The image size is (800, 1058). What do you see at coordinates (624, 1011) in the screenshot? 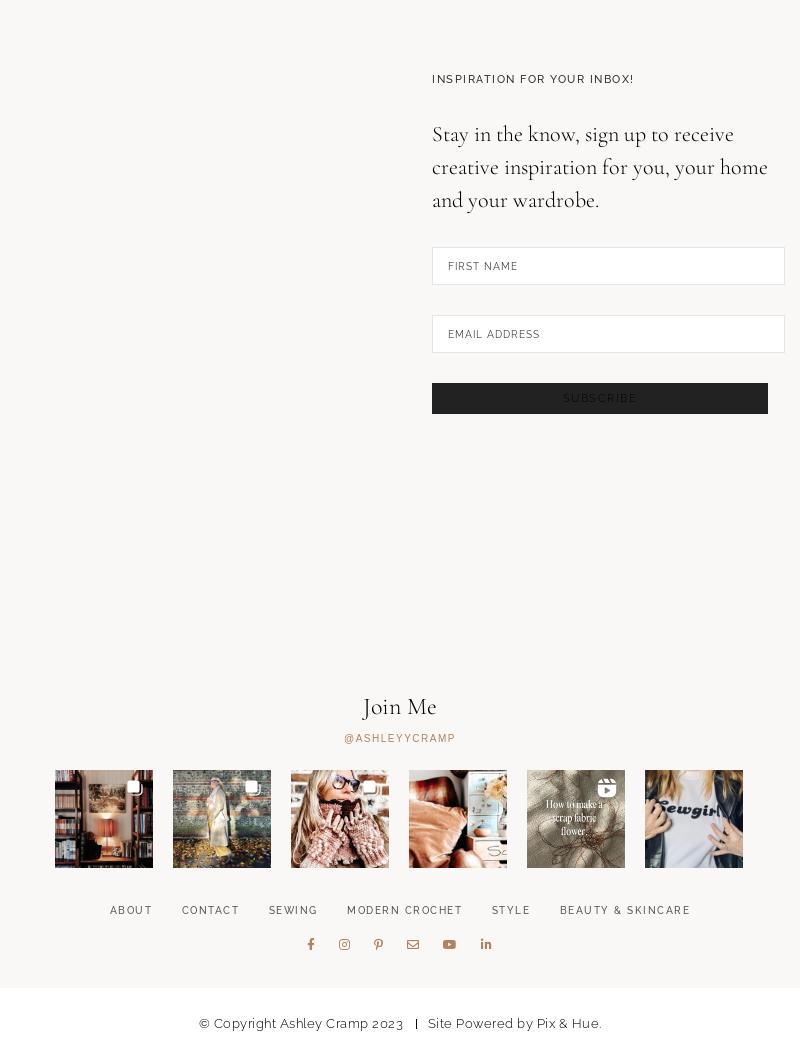
I see `'Beauty & skincare'` at bounding box center [624, 1011].